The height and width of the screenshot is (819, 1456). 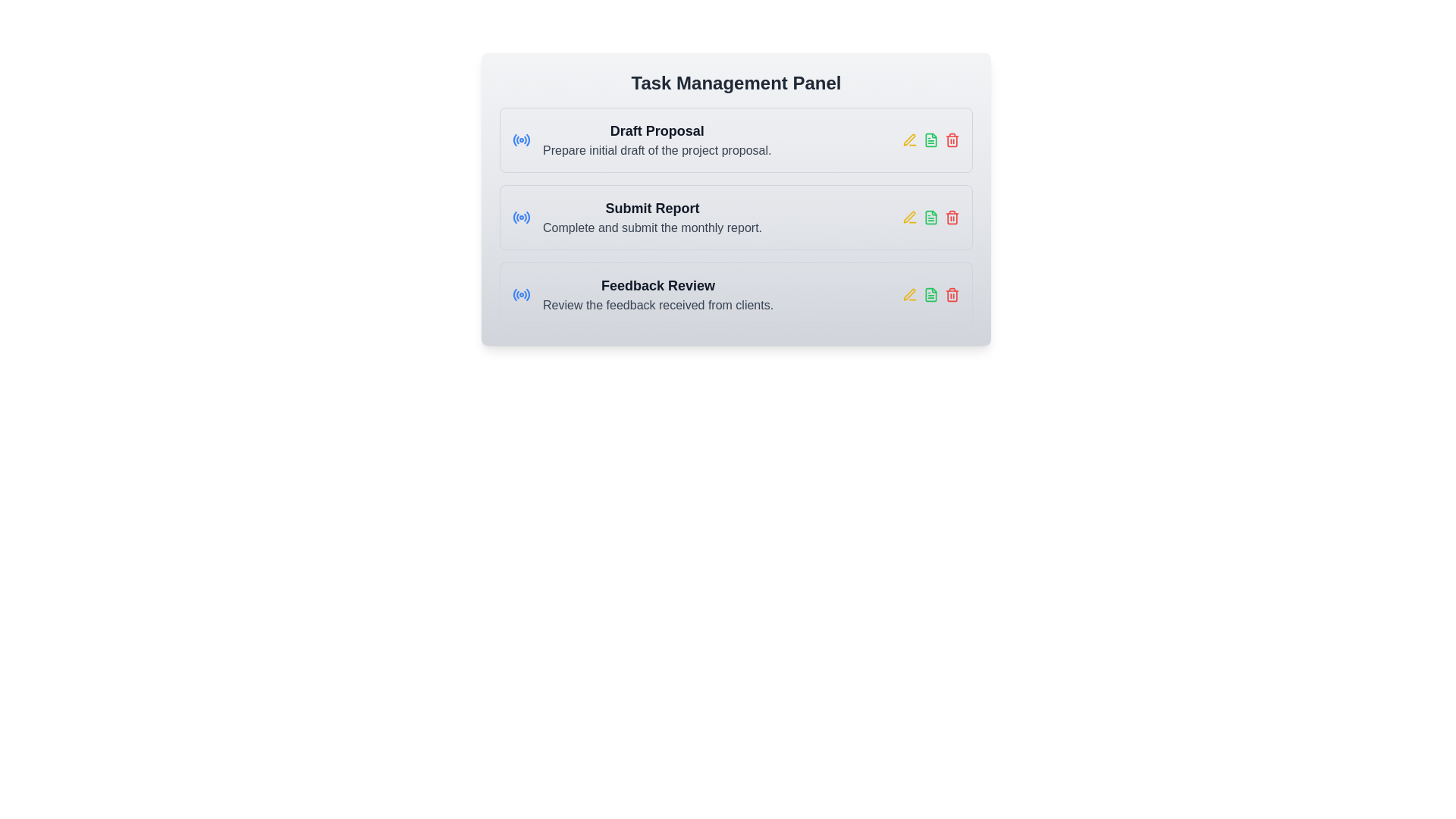 What do you see at coordinates (952, 217) in the screenshot?
I see `the delete task SVG icon located in the third row of the task management panel, to the right of the 'Submit Report' task description` at bounding box center [952, 217].